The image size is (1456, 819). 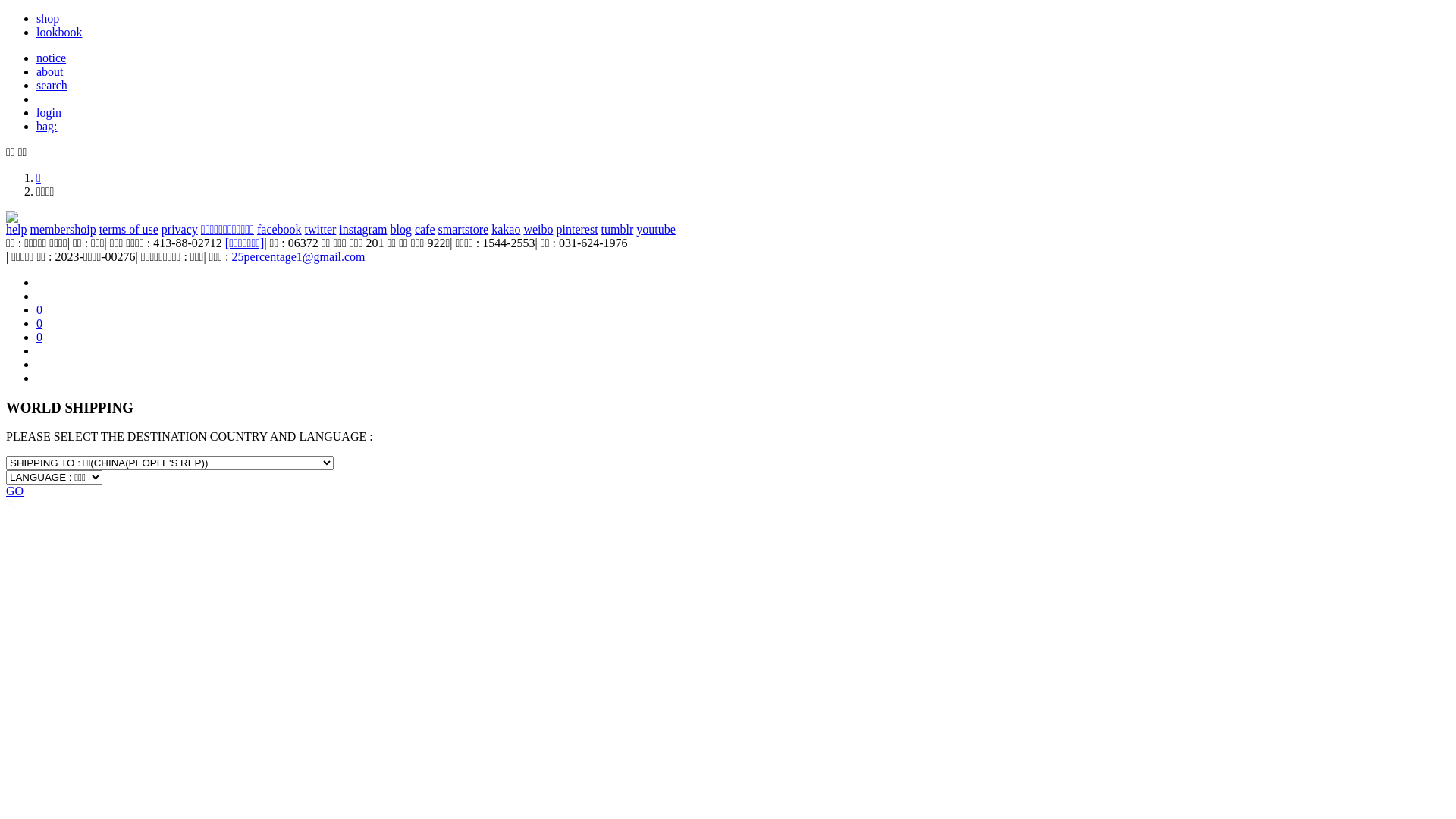 What do you see at coordinates (36, 111) in the screenshot?
I see `'login'` at bounding box center [36, 111].